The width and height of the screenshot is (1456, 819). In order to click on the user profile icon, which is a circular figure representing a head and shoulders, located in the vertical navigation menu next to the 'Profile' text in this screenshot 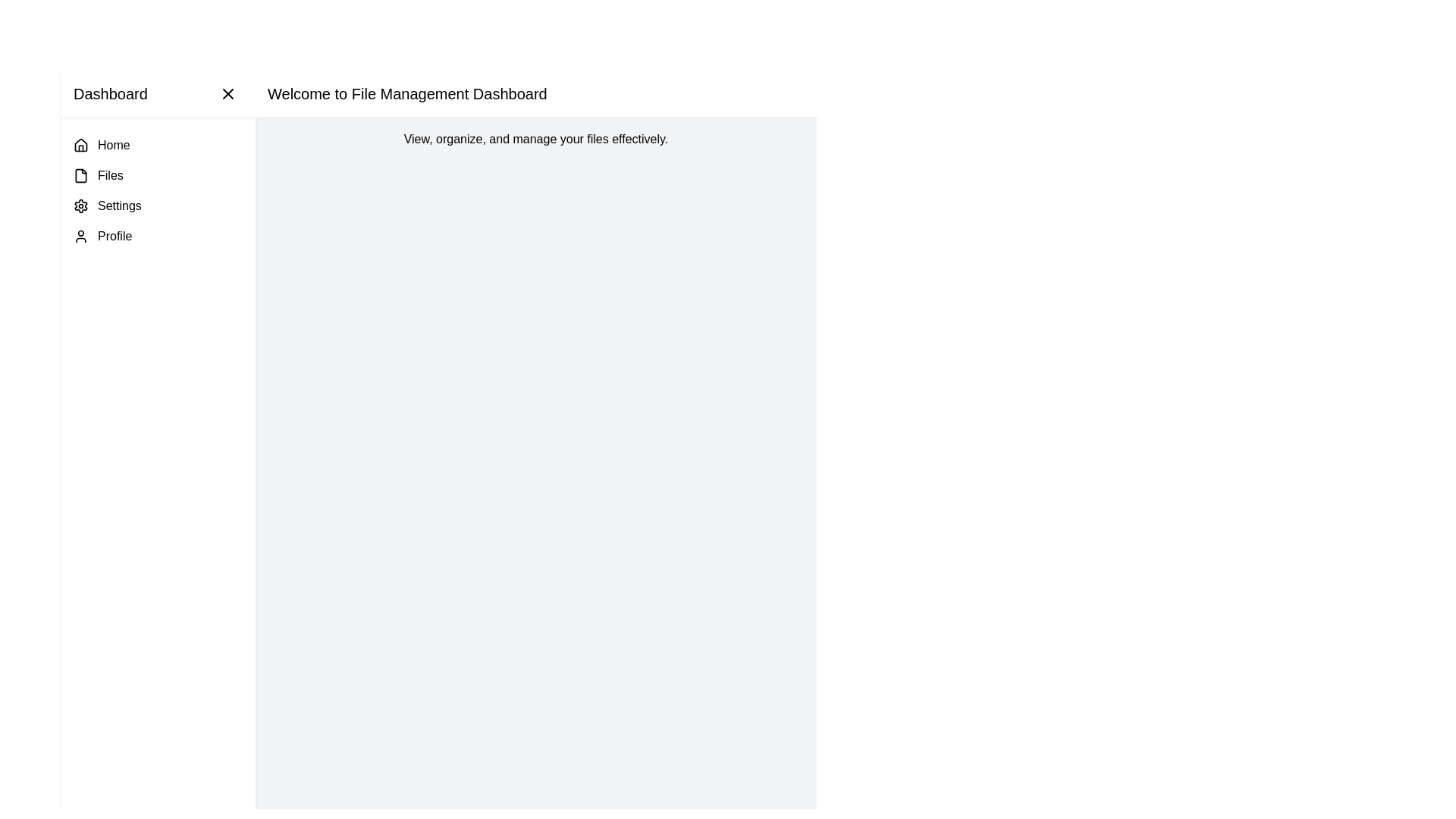, I will do `click(80, 237)`.